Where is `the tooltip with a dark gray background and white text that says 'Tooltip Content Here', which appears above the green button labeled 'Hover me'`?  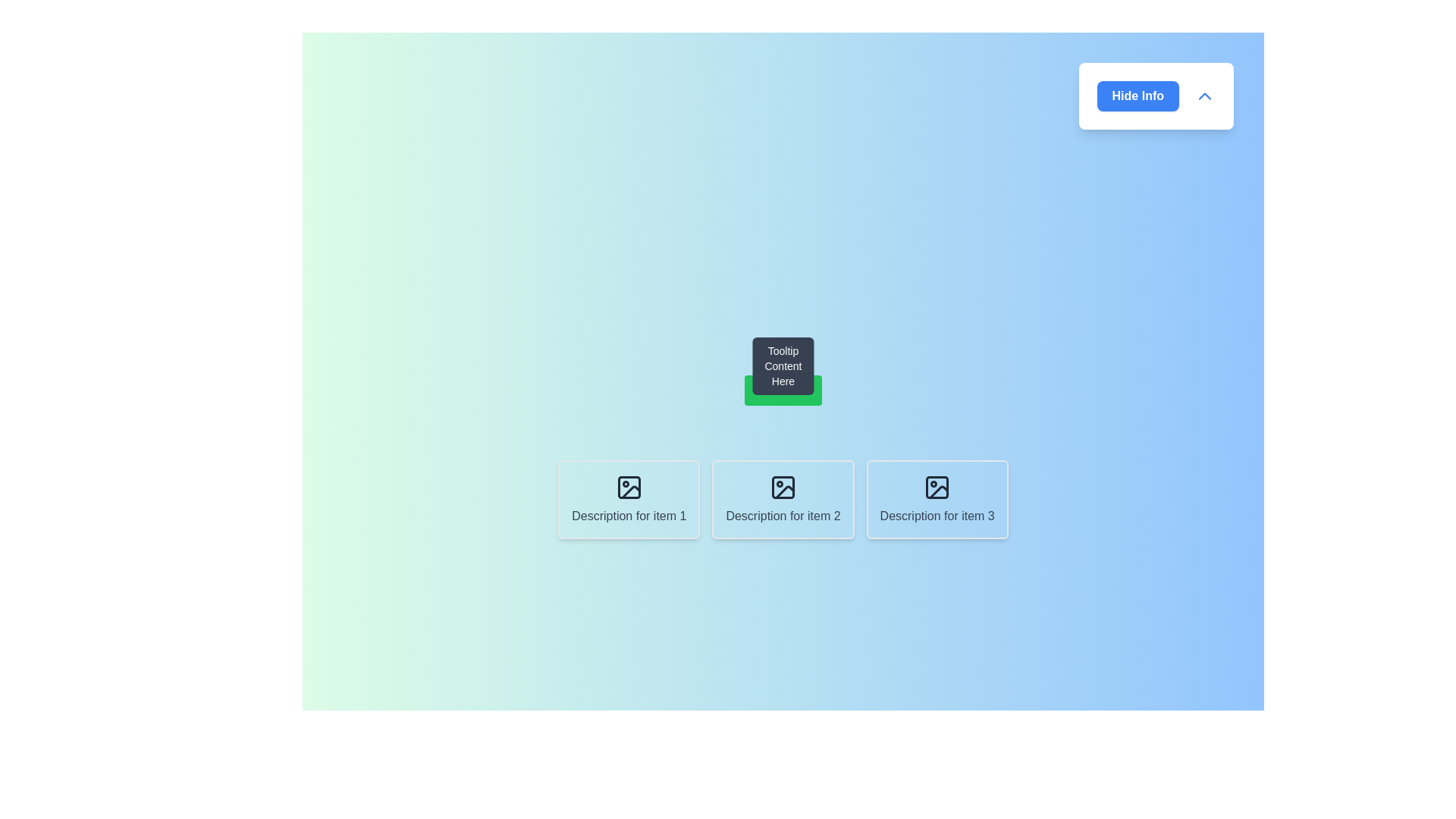 the tooltip with a dark gray background and white text that says 'Tooltip Content Here', which appears above the green button labeled 'Hover me' is located at coordinates (783, 366).